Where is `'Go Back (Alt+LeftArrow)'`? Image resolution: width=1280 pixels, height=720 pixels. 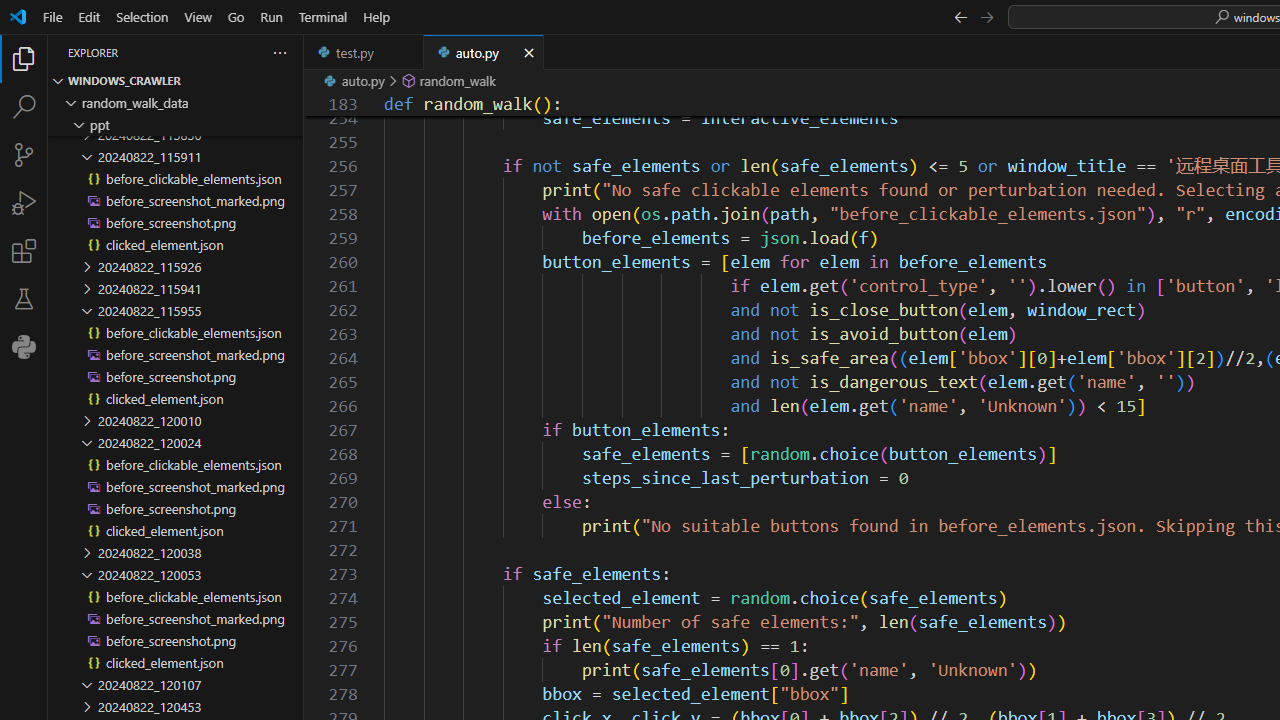 'Go Back (Alt+LeftArrow)' is located at coordinates (960, 16).